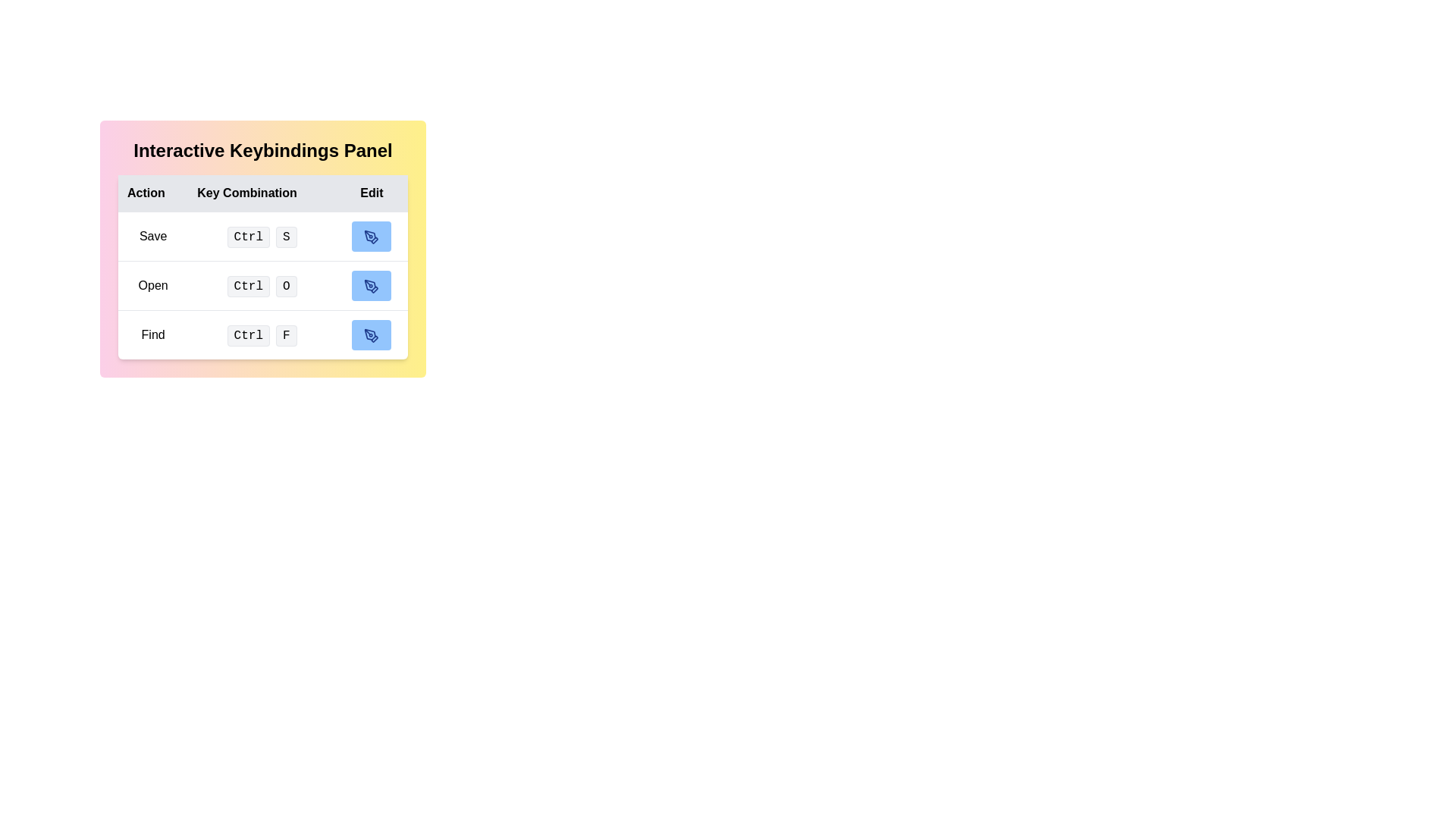  I want to click on the 'Edit' Text Label, which is the rightmost column header in the table layout, visually distinguished by its bold font and center-aligned text, so click(372, 193).